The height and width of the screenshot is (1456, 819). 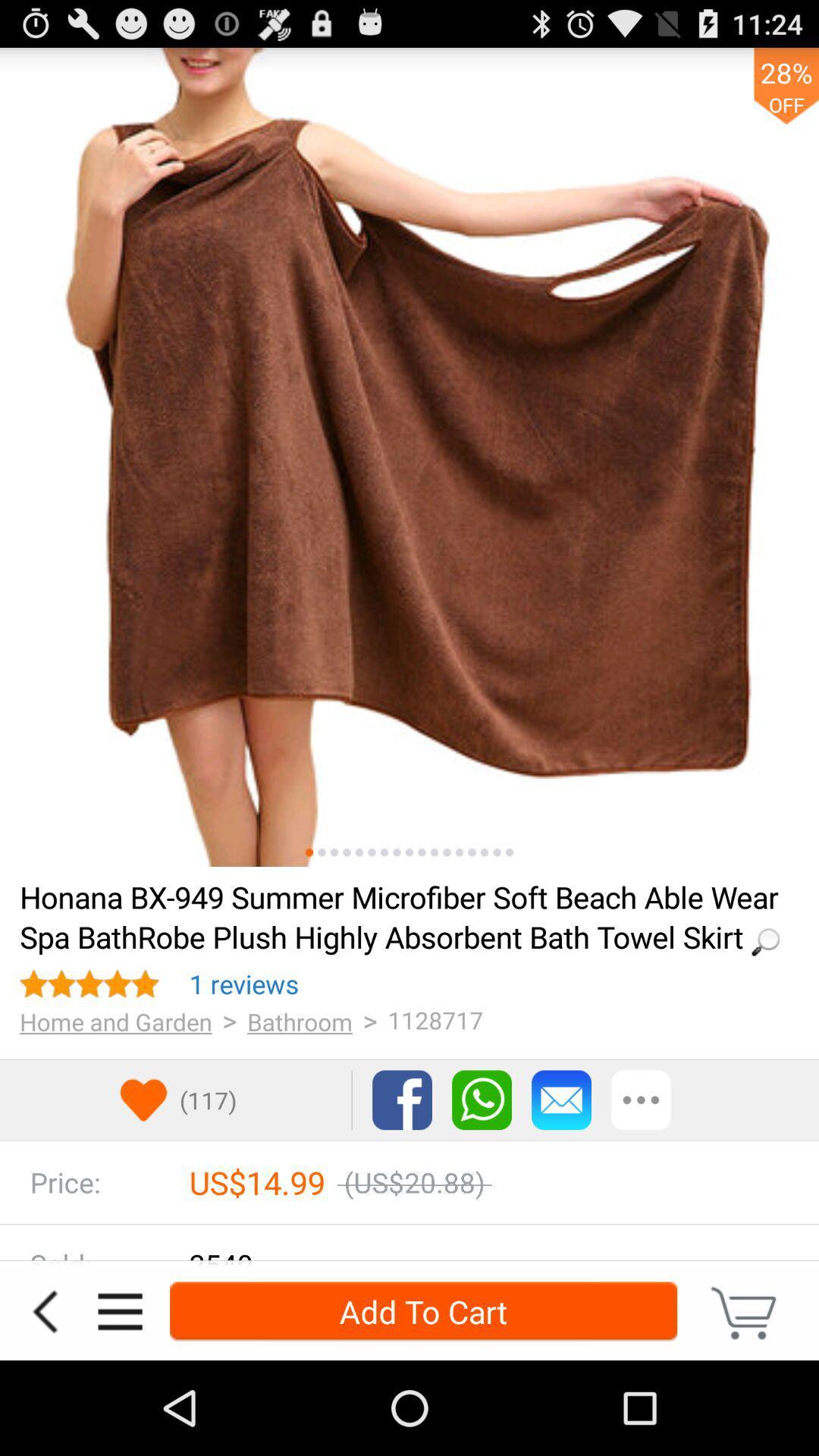 What do you see at coordinates (401, 1100) in the screenshot?
I see `like on facebook` at bounding box center [401, 1100].